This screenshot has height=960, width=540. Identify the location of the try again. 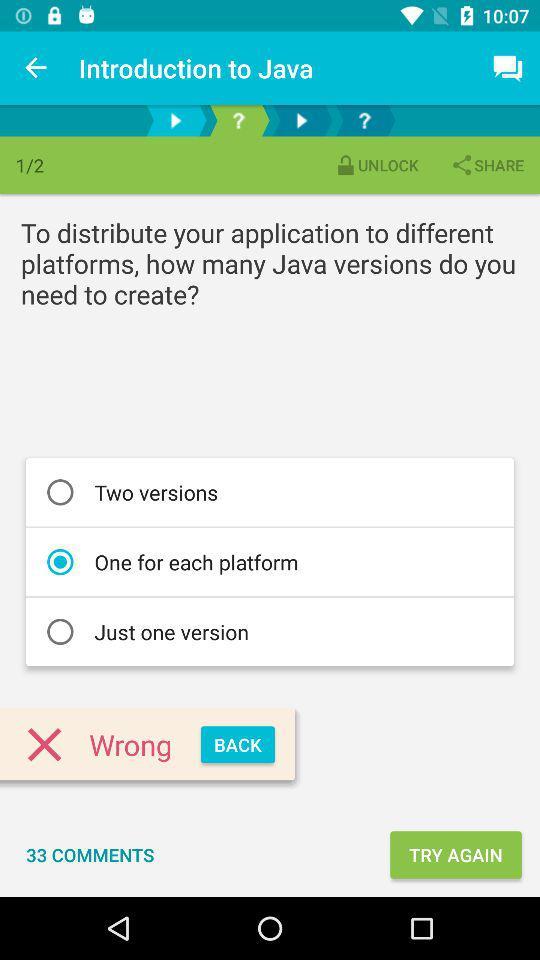
(455, 853).